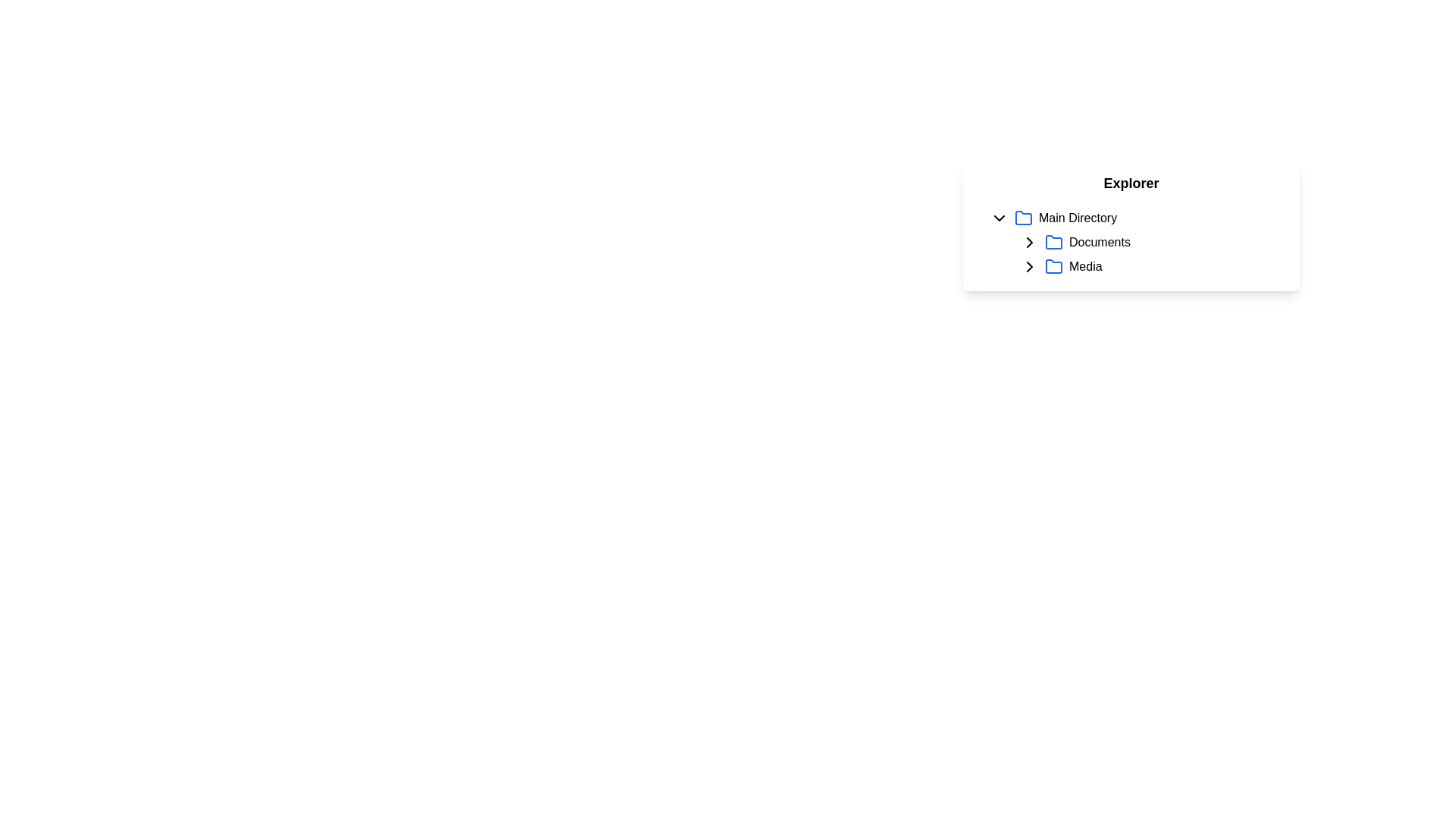 This screenshot has width=1456, height=819. I want to click on the 'Media' static text label, which is part of a tree-like directory structure and follows the 'Documents' folder, so click(1084, 265).